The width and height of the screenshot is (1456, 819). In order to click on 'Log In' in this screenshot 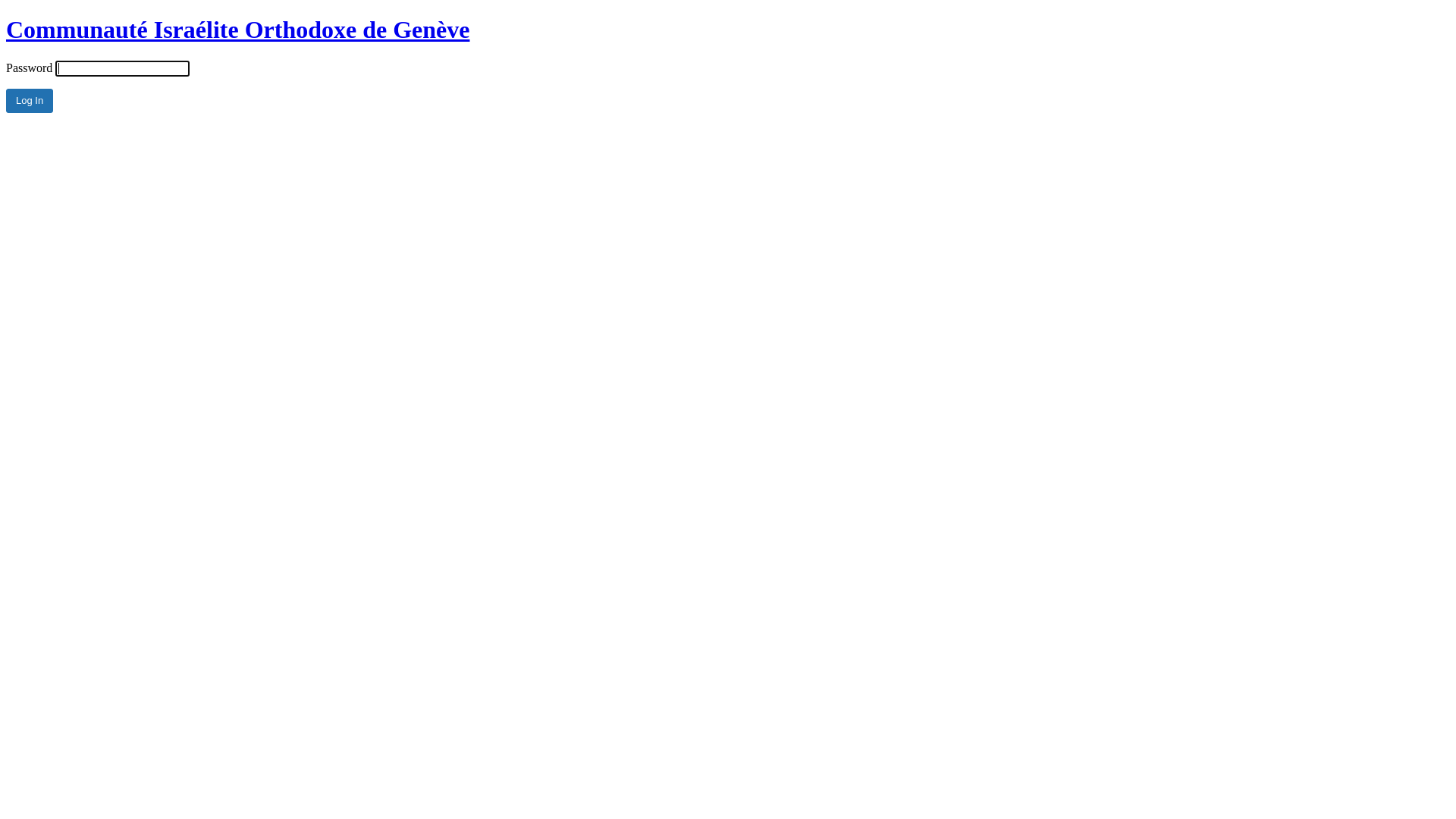, I will do `click(6, 100)`.